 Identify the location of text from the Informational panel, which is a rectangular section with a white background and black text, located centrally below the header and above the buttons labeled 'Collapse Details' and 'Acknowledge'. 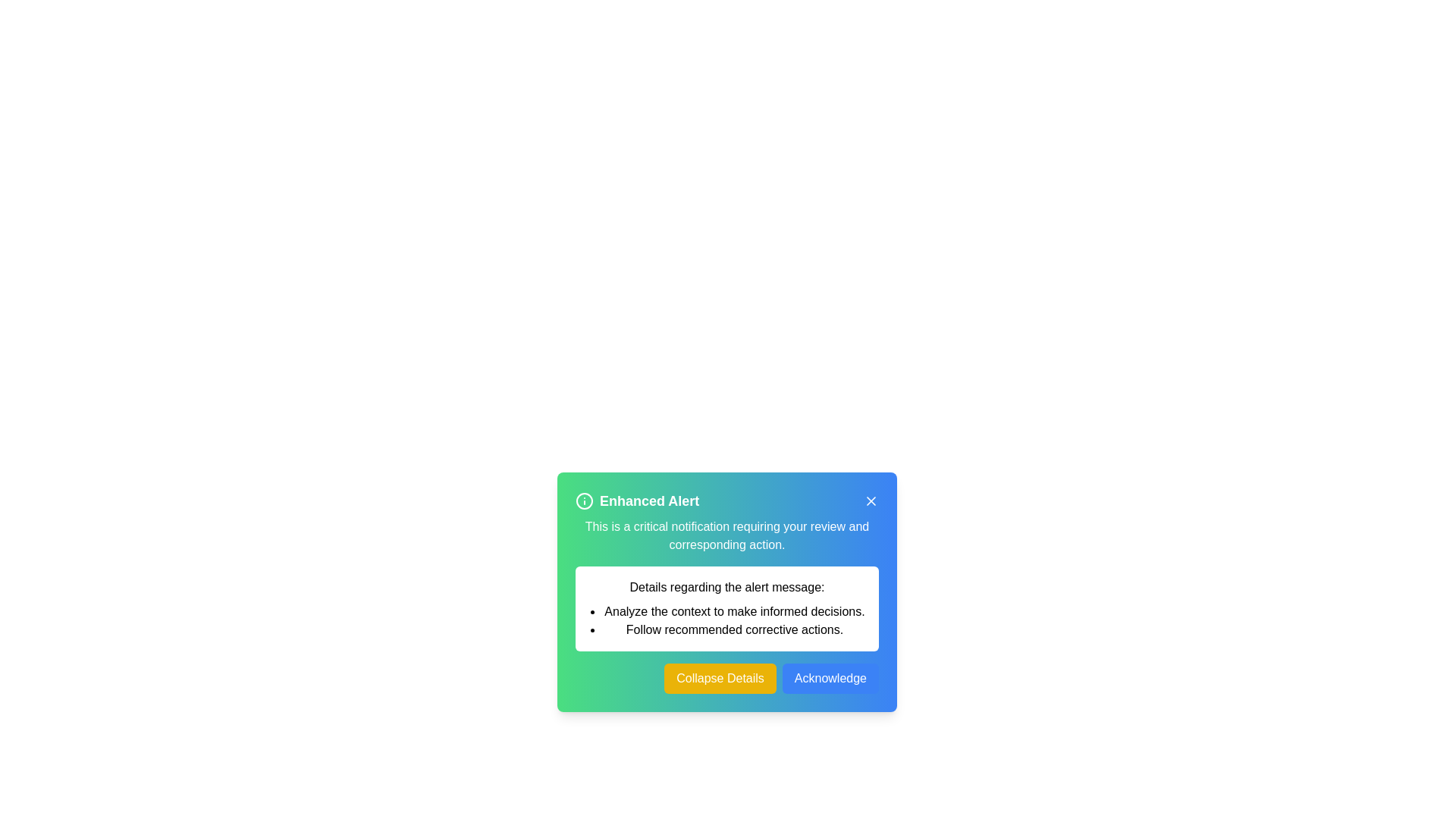
(726, 607).